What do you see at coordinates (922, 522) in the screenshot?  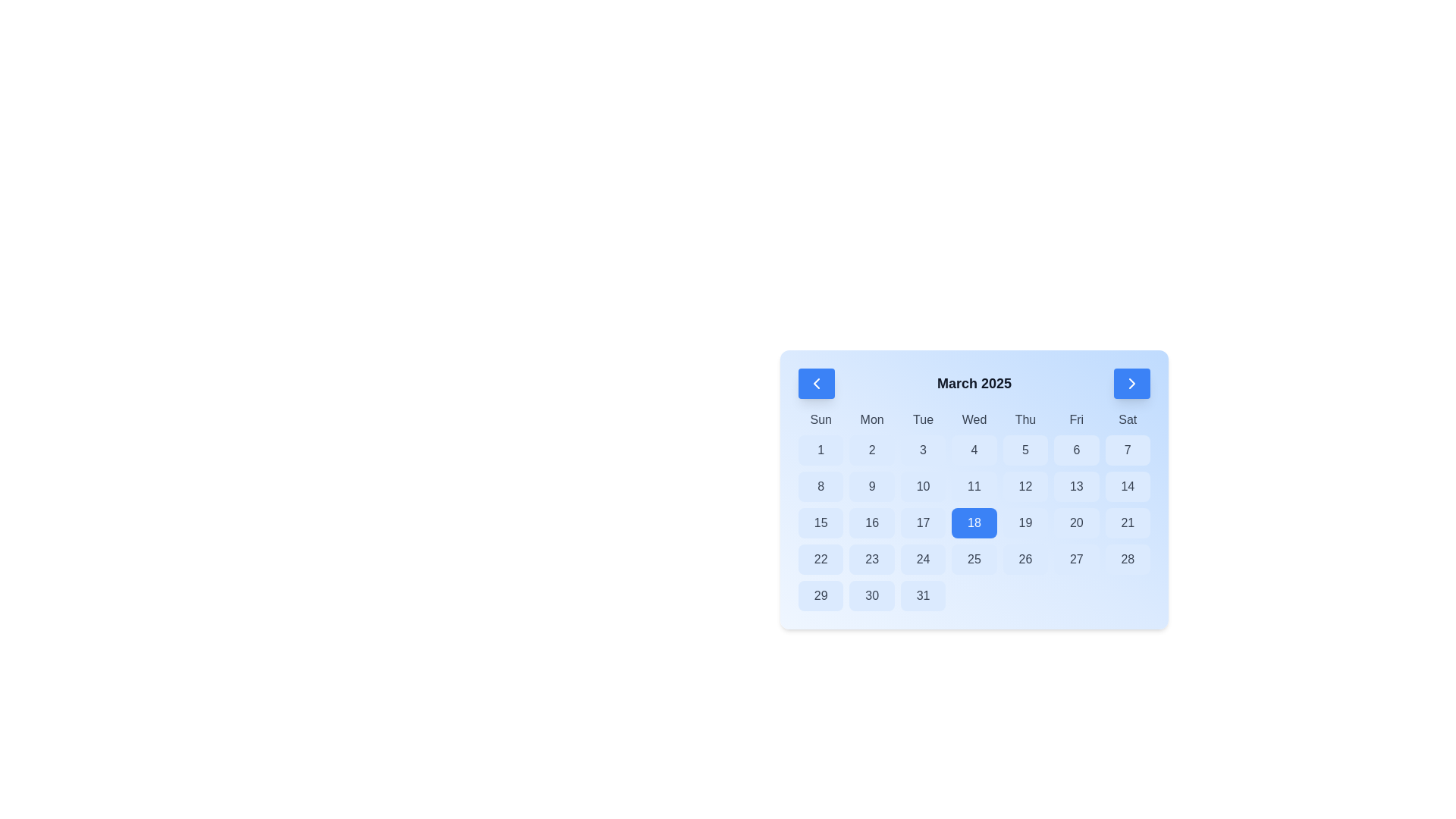 I see `the light blue button labeled '17' located in the fifth row and third column of the calendar grid` at bounding box center [922, 522].